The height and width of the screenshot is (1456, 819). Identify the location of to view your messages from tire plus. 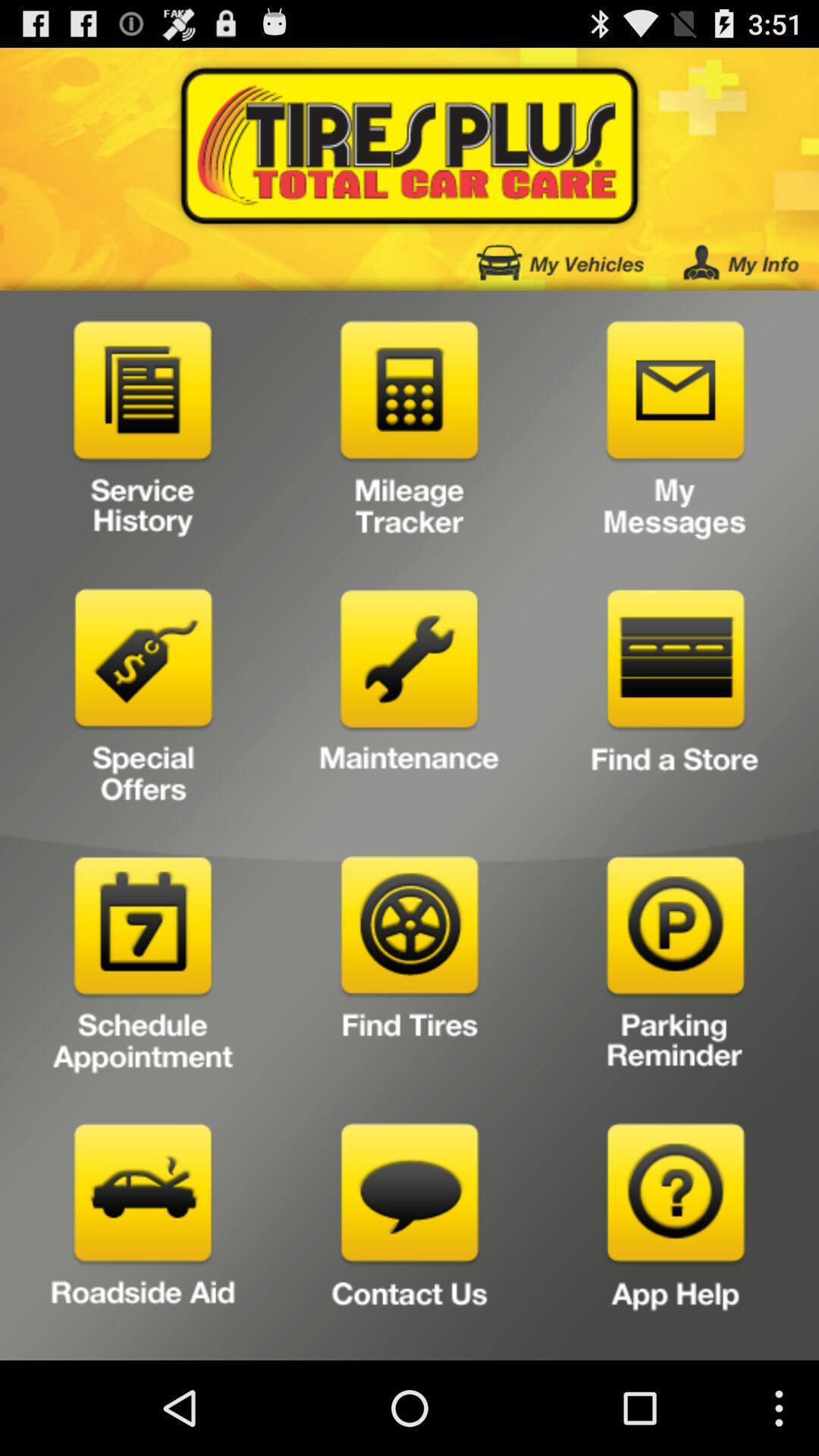
(675, 433).